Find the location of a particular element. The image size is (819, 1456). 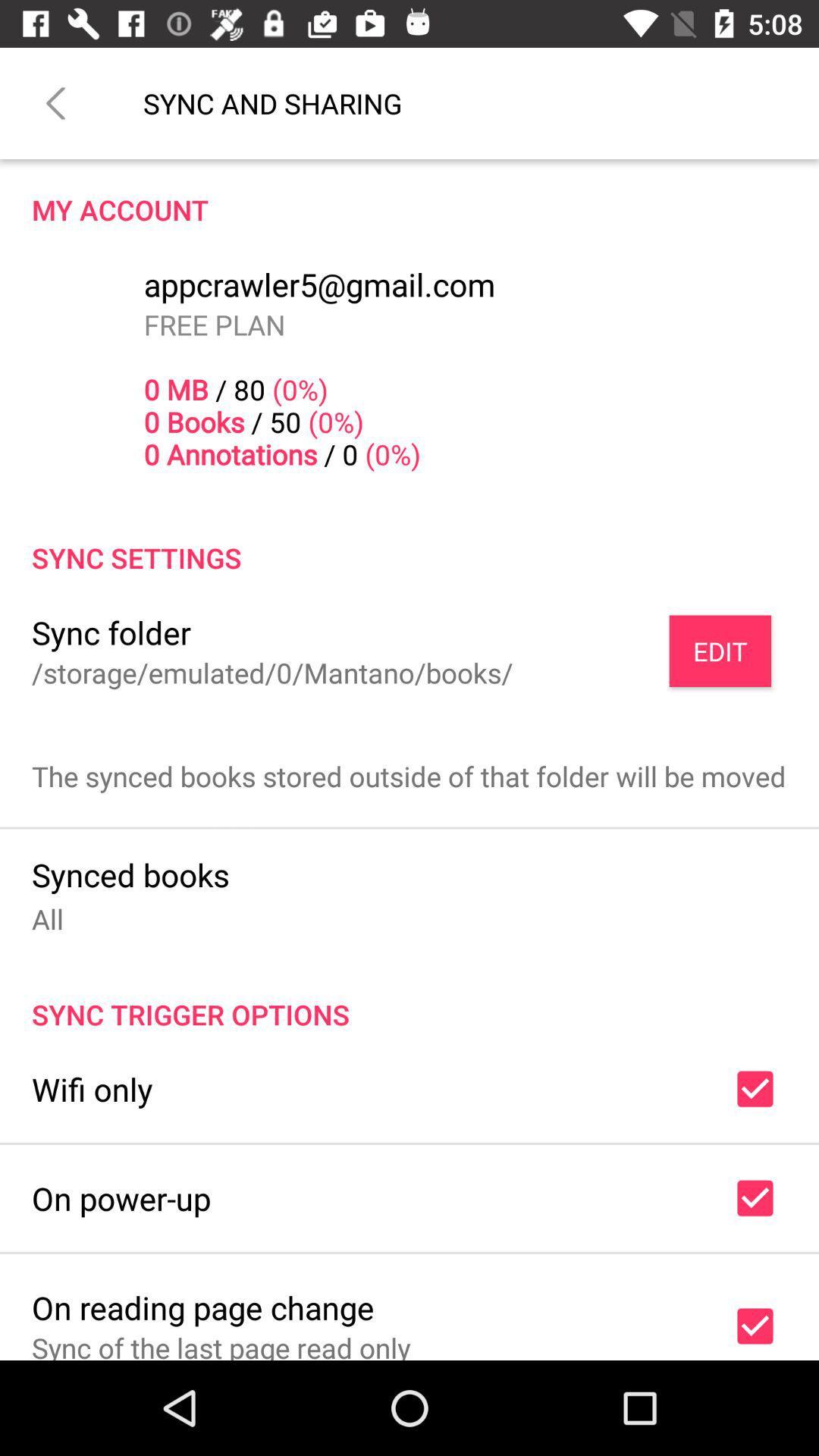

the icon to the left of the edit item is located at coordinates (271, 672).